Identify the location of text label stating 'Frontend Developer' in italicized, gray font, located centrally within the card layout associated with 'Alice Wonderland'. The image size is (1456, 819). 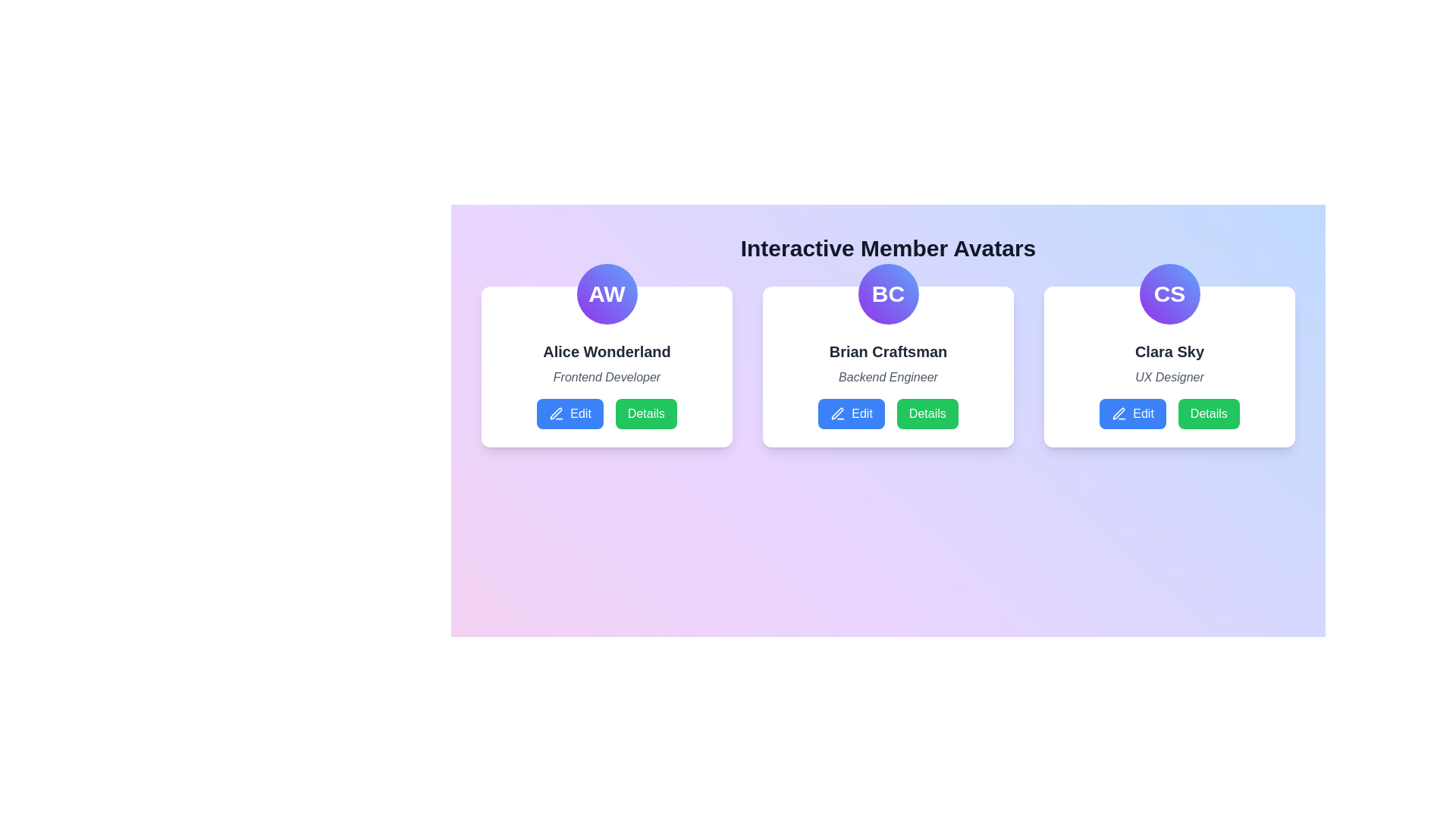
(607, 376).